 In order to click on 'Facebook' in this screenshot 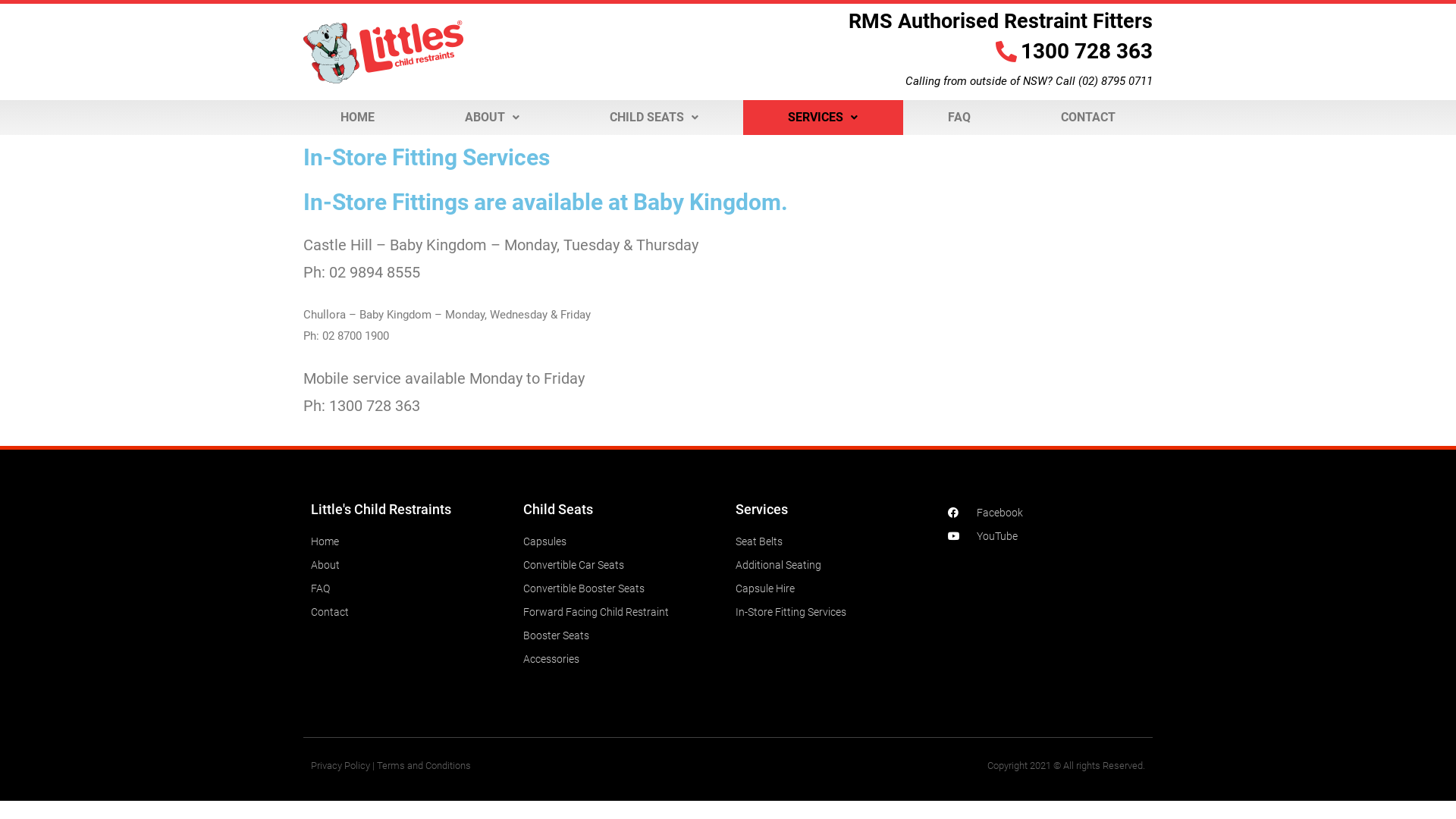, I will do `click(1046, 512)`.